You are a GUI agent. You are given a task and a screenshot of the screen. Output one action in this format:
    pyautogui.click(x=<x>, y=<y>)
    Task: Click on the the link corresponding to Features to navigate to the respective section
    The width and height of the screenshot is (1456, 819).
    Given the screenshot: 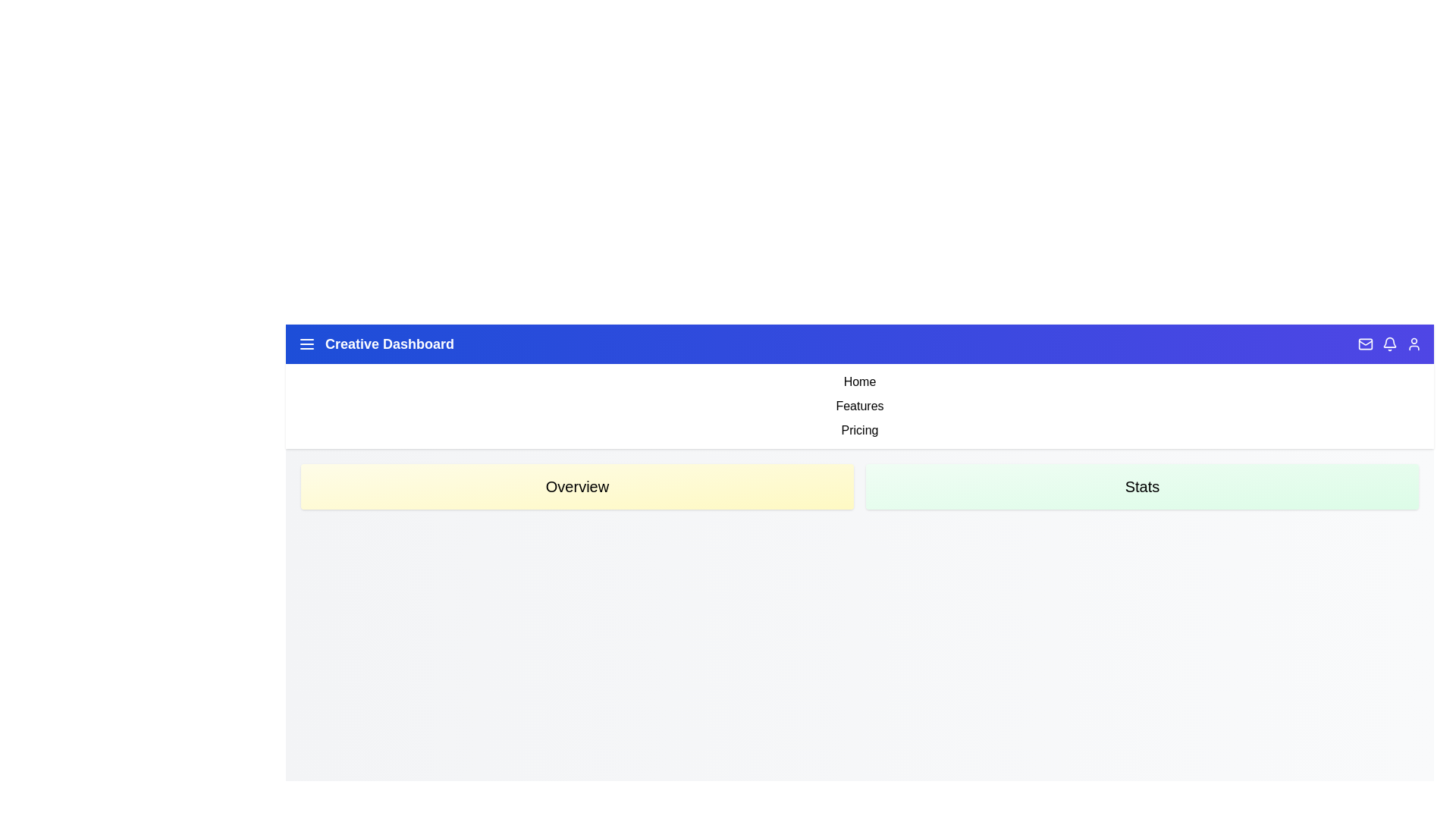 What is the action you would take?
    pyautogui.click(x=859, y=406)
    